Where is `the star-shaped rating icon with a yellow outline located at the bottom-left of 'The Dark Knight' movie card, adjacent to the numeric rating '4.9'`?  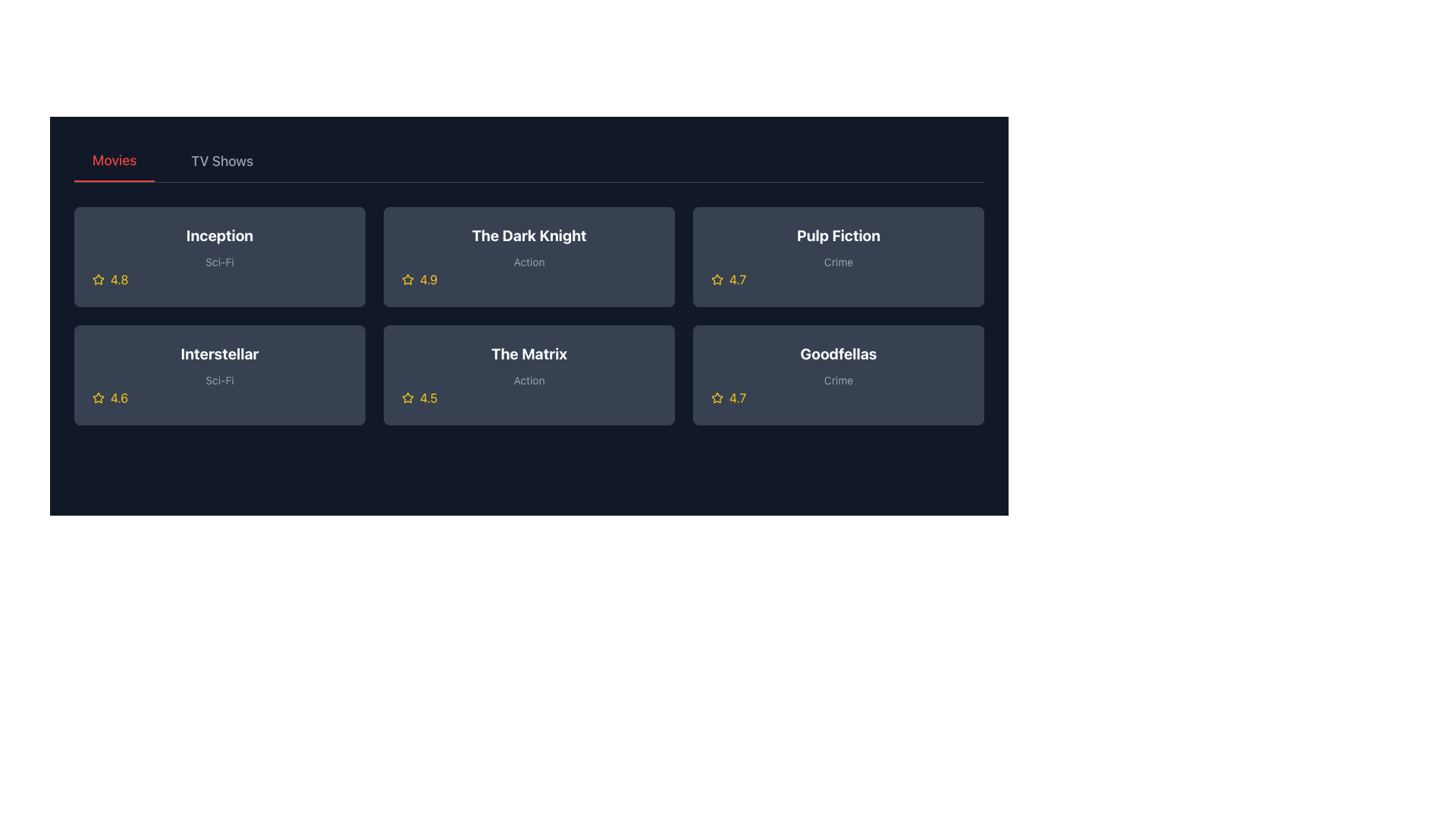 the star-shaped rating icon with a yellow outline located at the bottom-left of 'The Dark Knight' movie card, adjacent to the numeric rating '4.9' is located at coordinates (407, 279).